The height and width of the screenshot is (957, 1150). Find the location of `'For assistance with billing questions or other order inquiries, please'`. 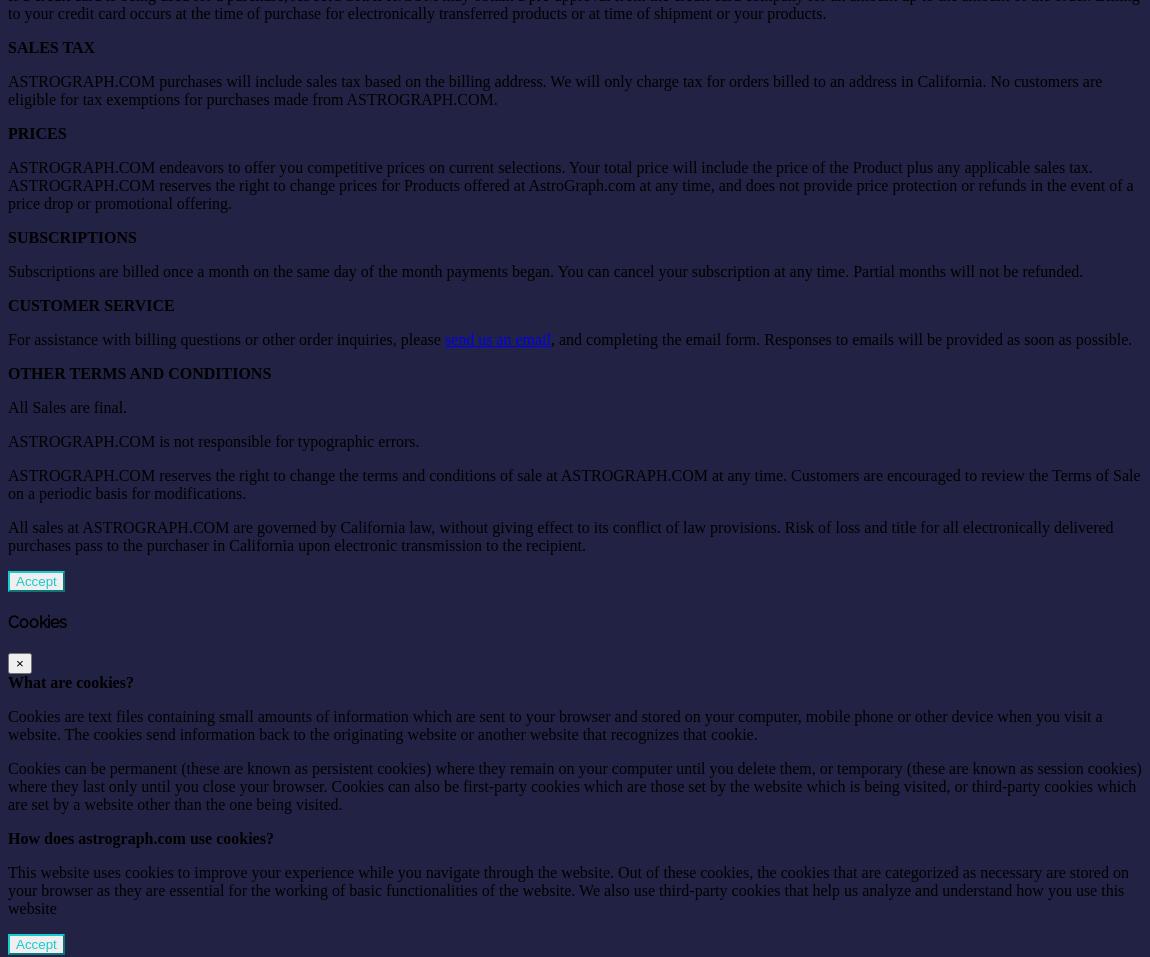

'For assistance with billing questions or other order inquiries, please' is located at coordinates (7, 338).